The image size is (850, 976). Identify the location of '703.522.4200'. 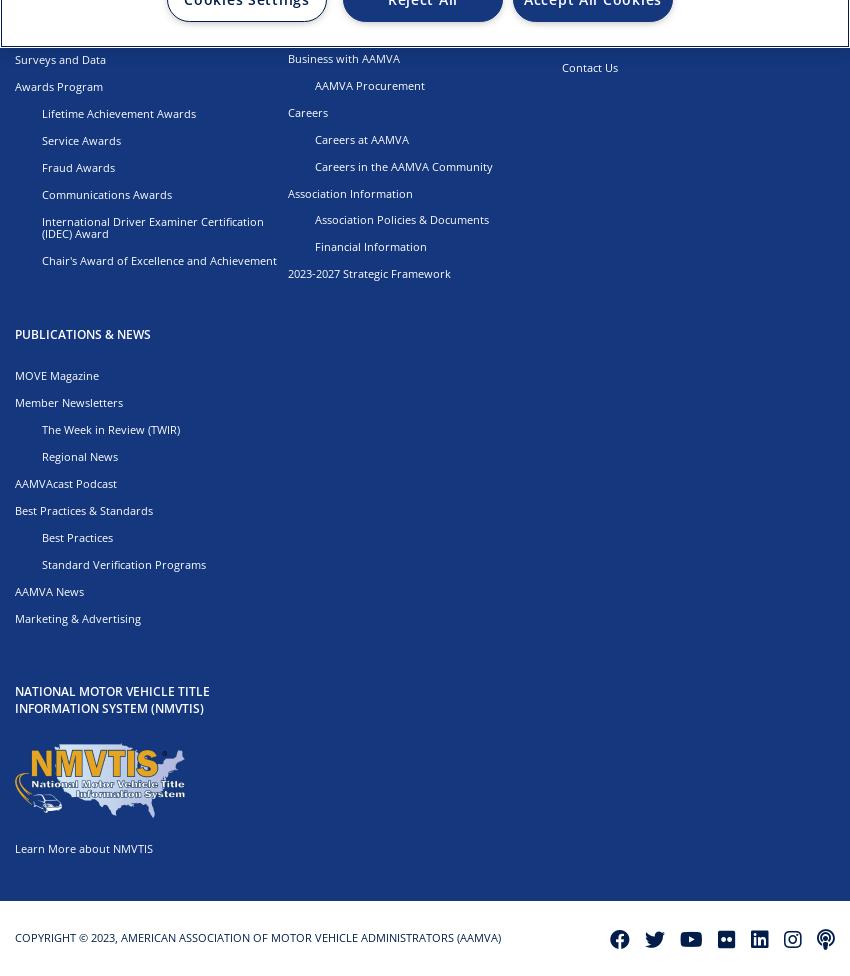
(561, 35).